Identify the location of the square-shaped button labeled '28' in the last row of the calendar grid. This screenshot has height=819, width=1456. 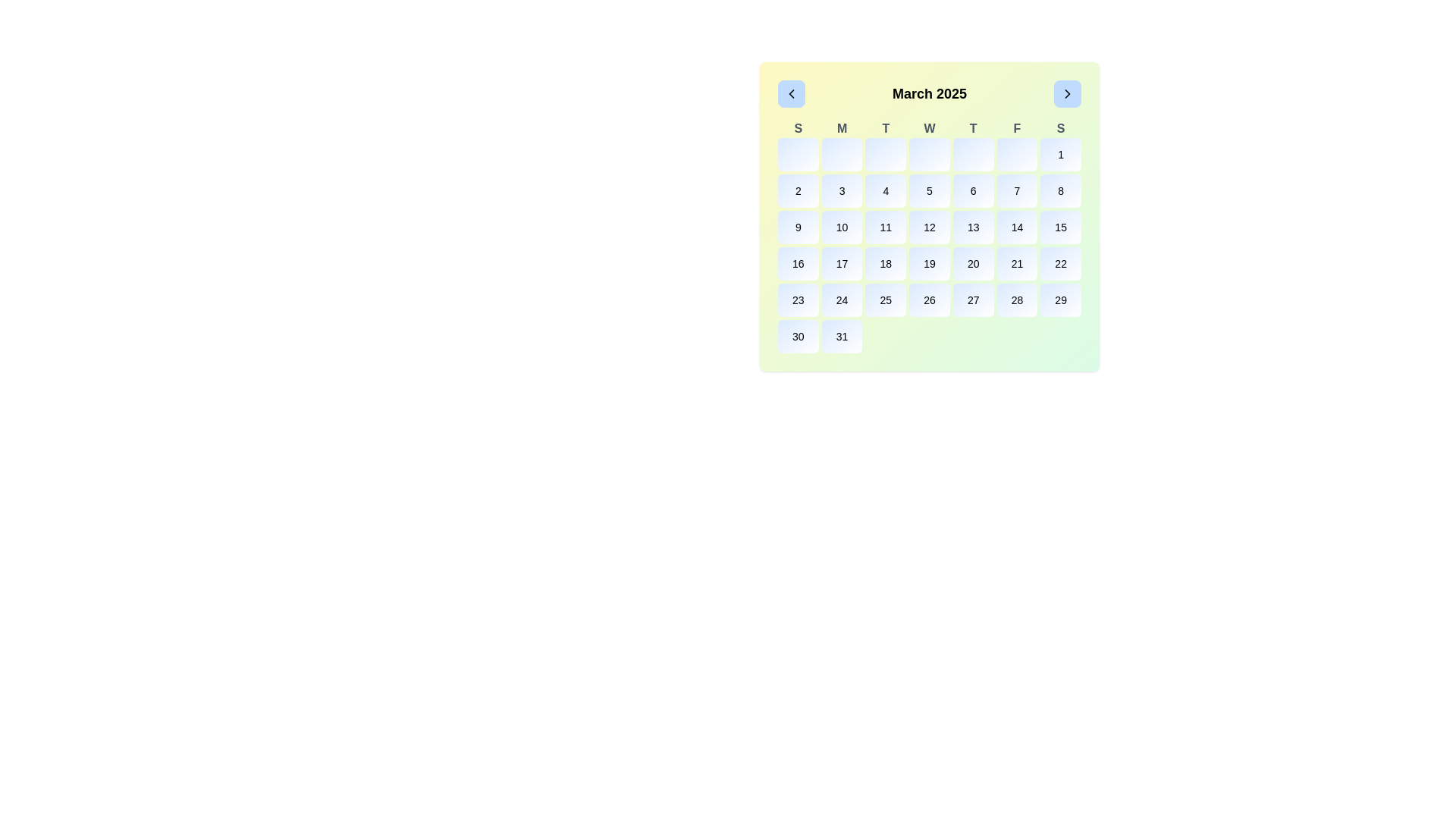
(1017, 300).